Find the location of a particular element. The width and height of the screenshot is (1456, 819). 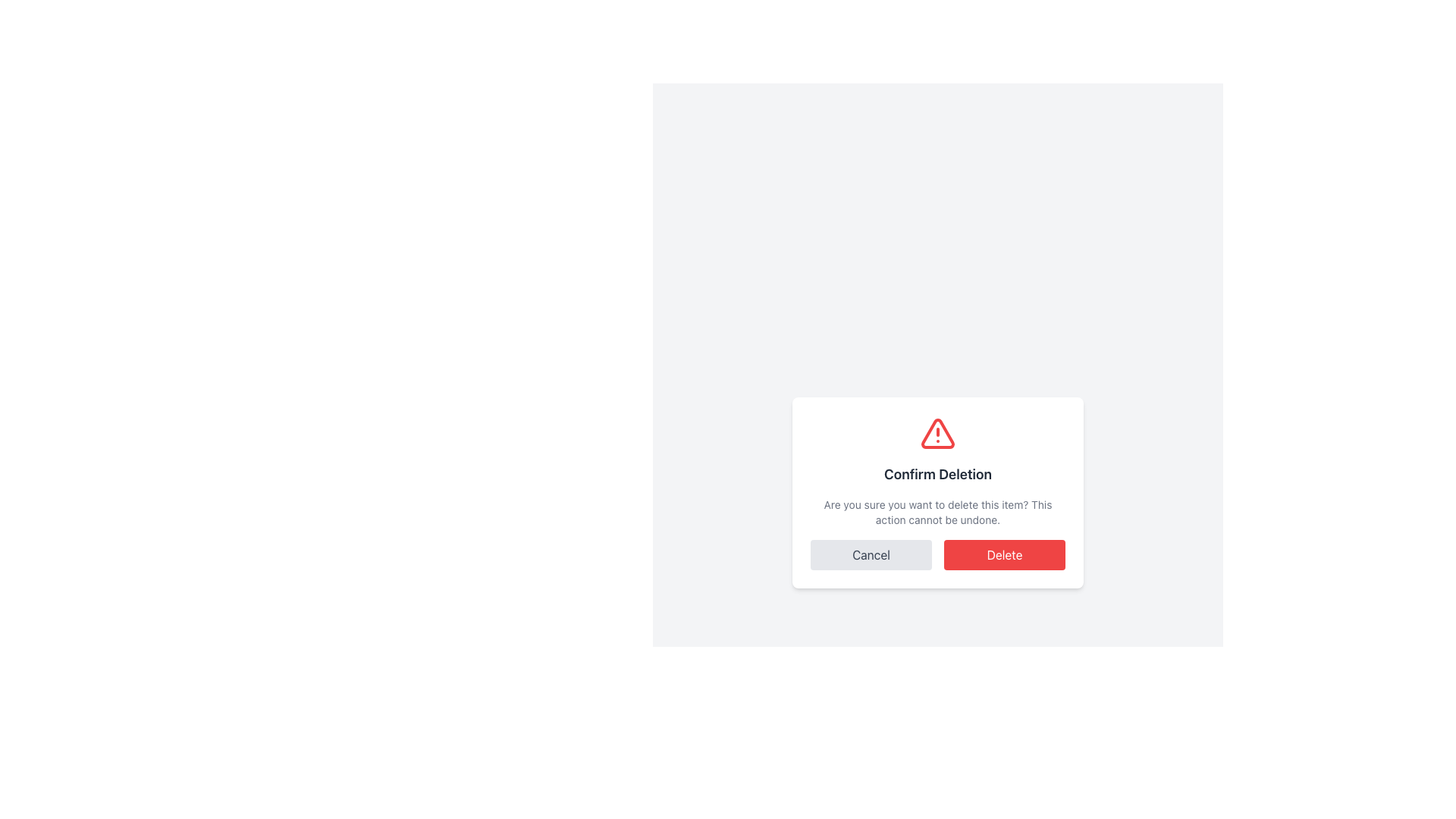

the 'Cancel' button, which is a rectangular button with a light gray background and dark gray text, located at the bottom left of the dialog box is located at coordinates (871, 555).